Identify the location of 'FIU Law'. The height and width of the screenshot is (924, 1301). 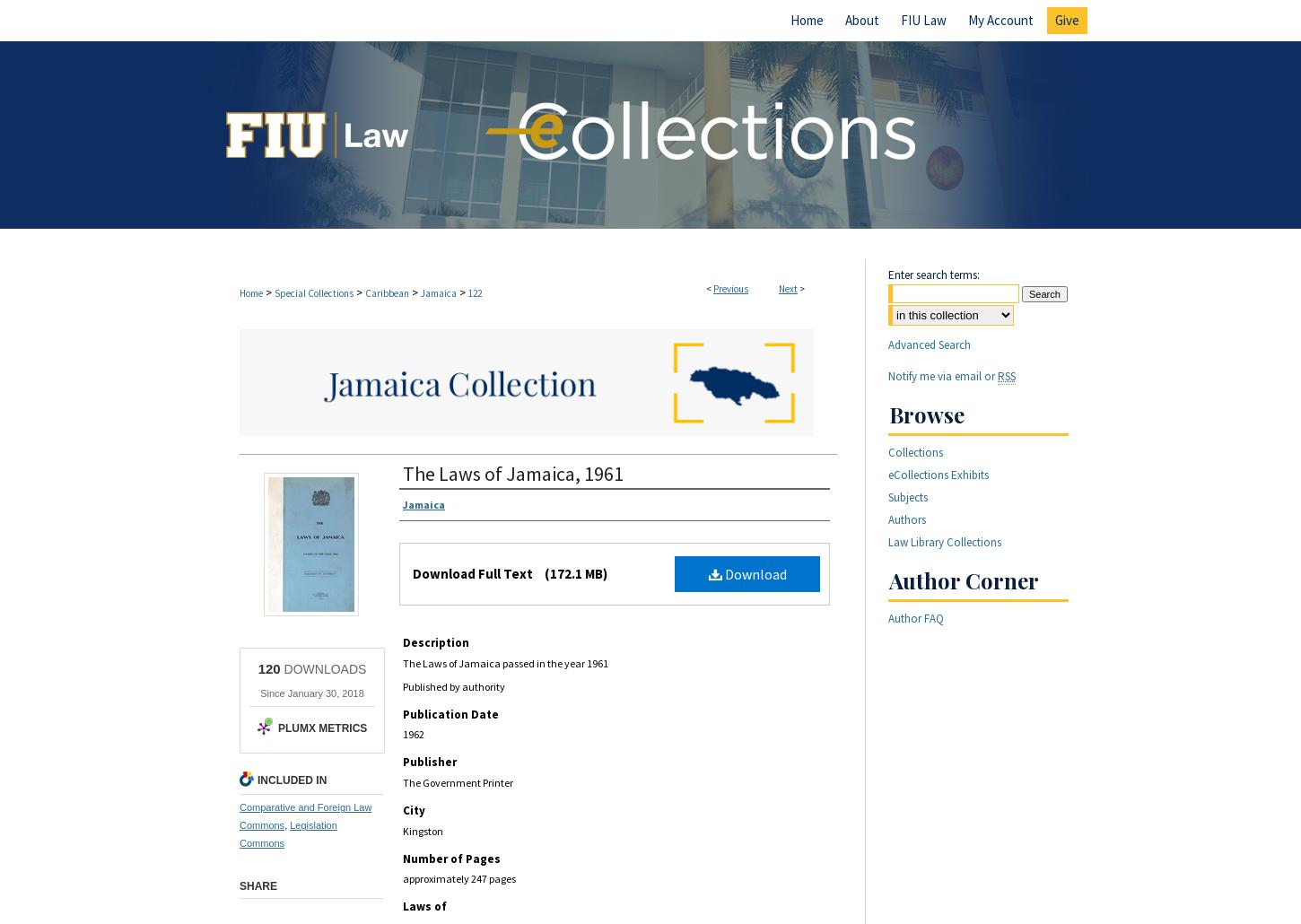
(923, 20).